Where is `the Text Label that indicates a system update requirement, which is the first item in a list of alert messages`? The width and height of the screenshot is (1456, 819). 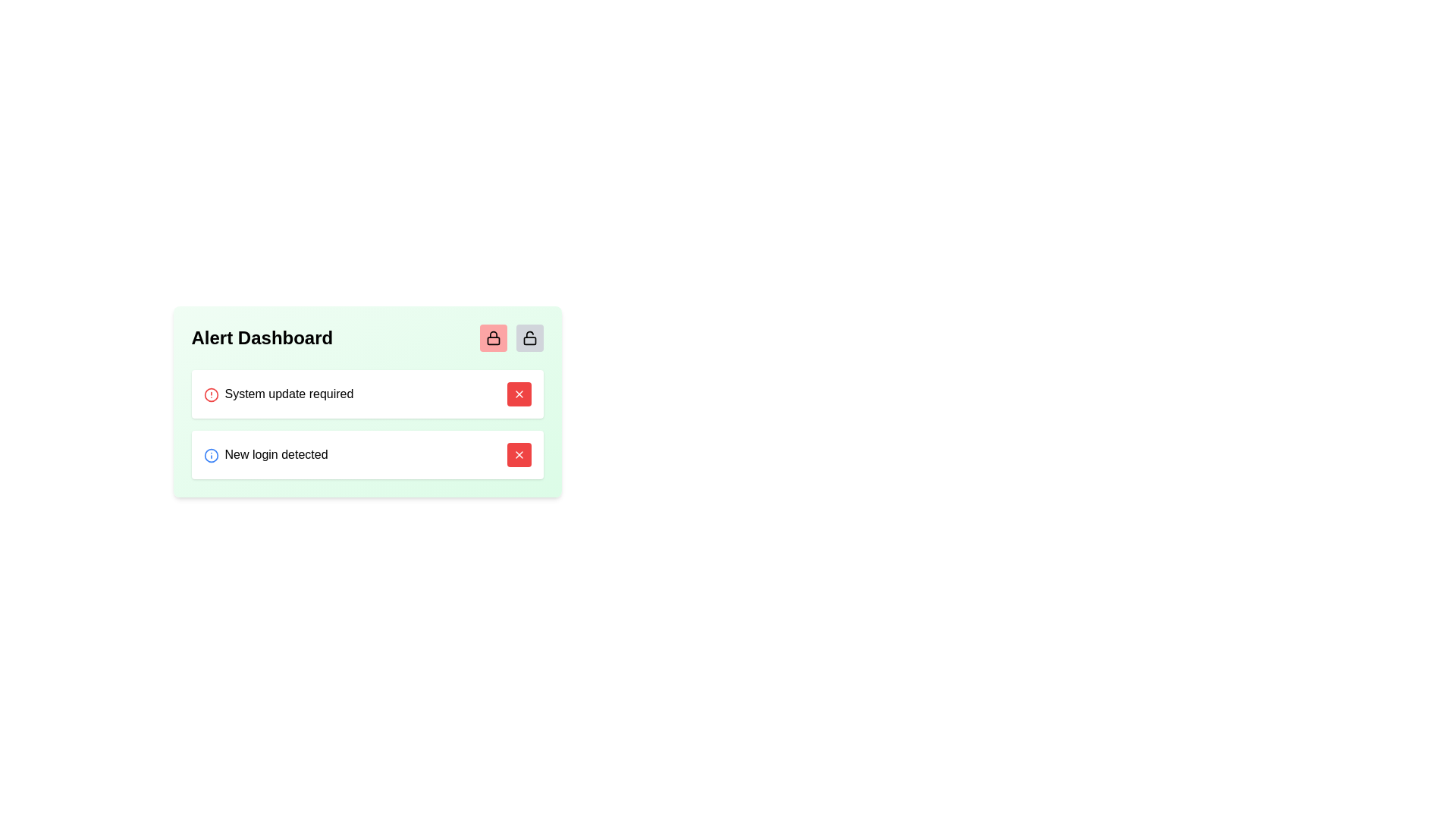
the Text Label that indicates a system update requirement, which is the first item in a list of alert messages is located at coordinates (278, 394).